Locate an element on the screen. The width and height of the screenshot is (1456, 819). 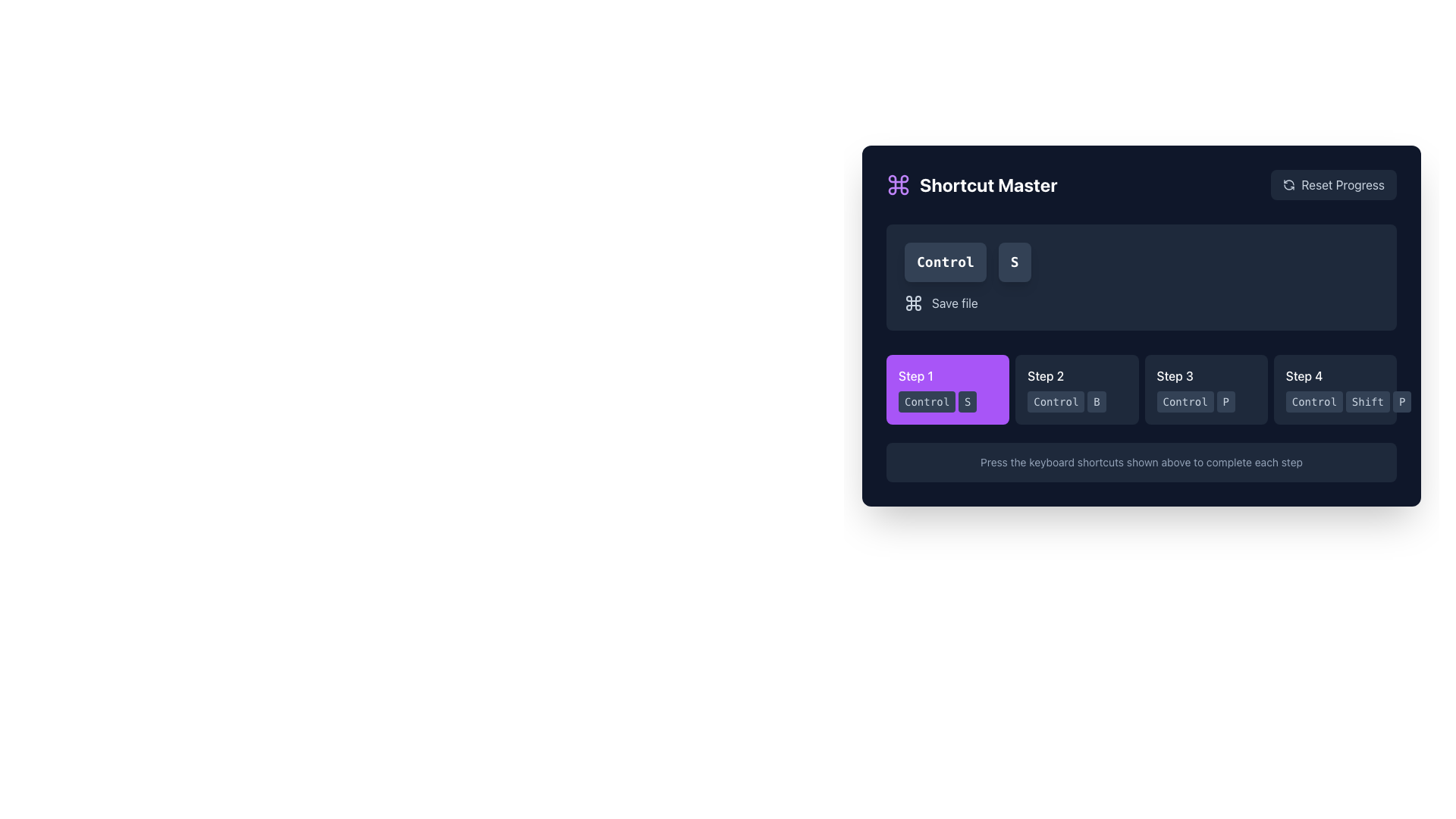
the SVG icon located in the top-left corner near the title text 'Shortcut Master', which serves as a visual representation for the application is located at coordinates (912, 303).